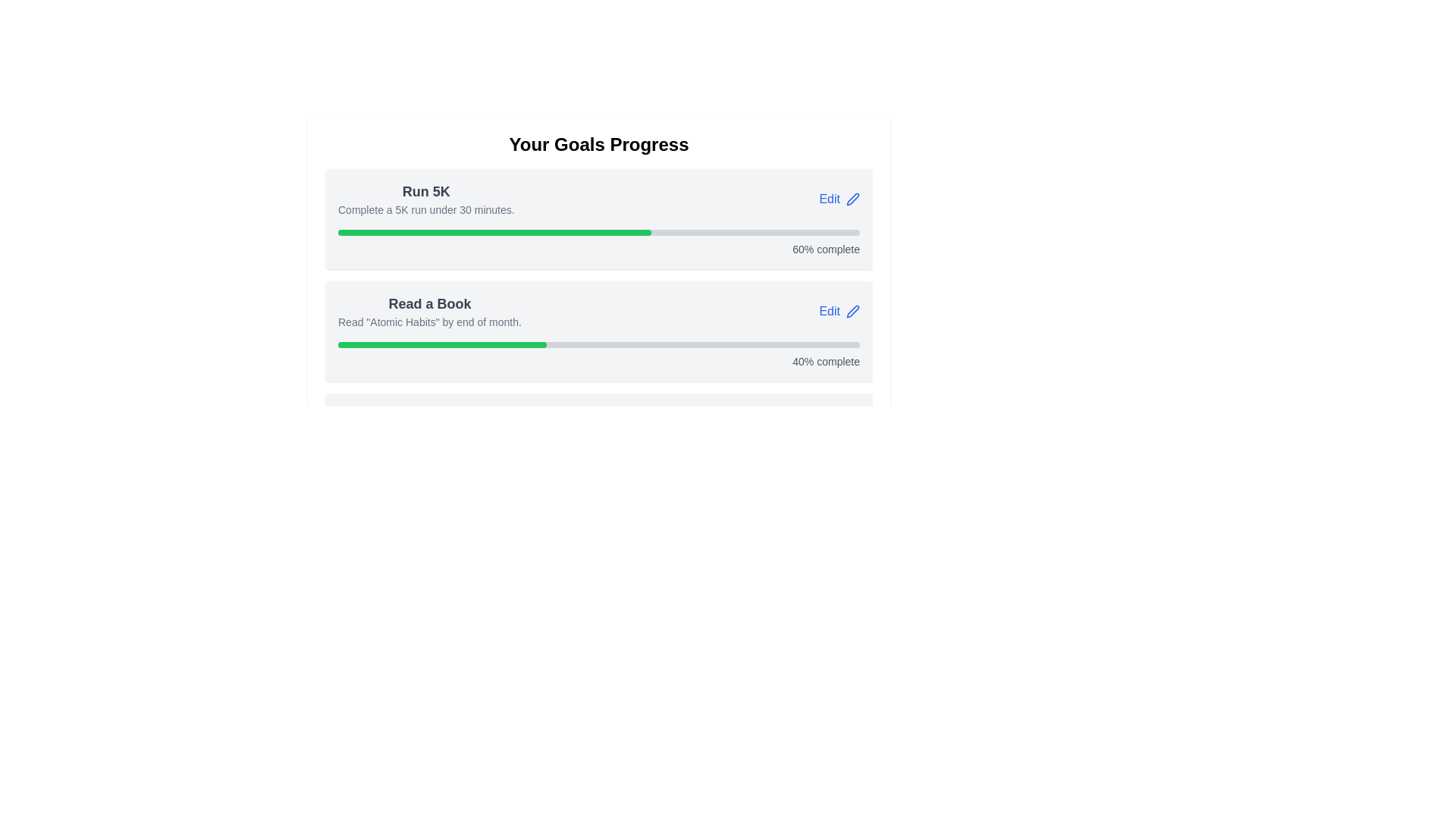 Image resolution: width=1456 pixels, height=819 pixels. I want to click on the edit icon, which is located to the right of the 'Edit' text in the upper segment of the goal list, associated with the first goal, so click(852, 198).